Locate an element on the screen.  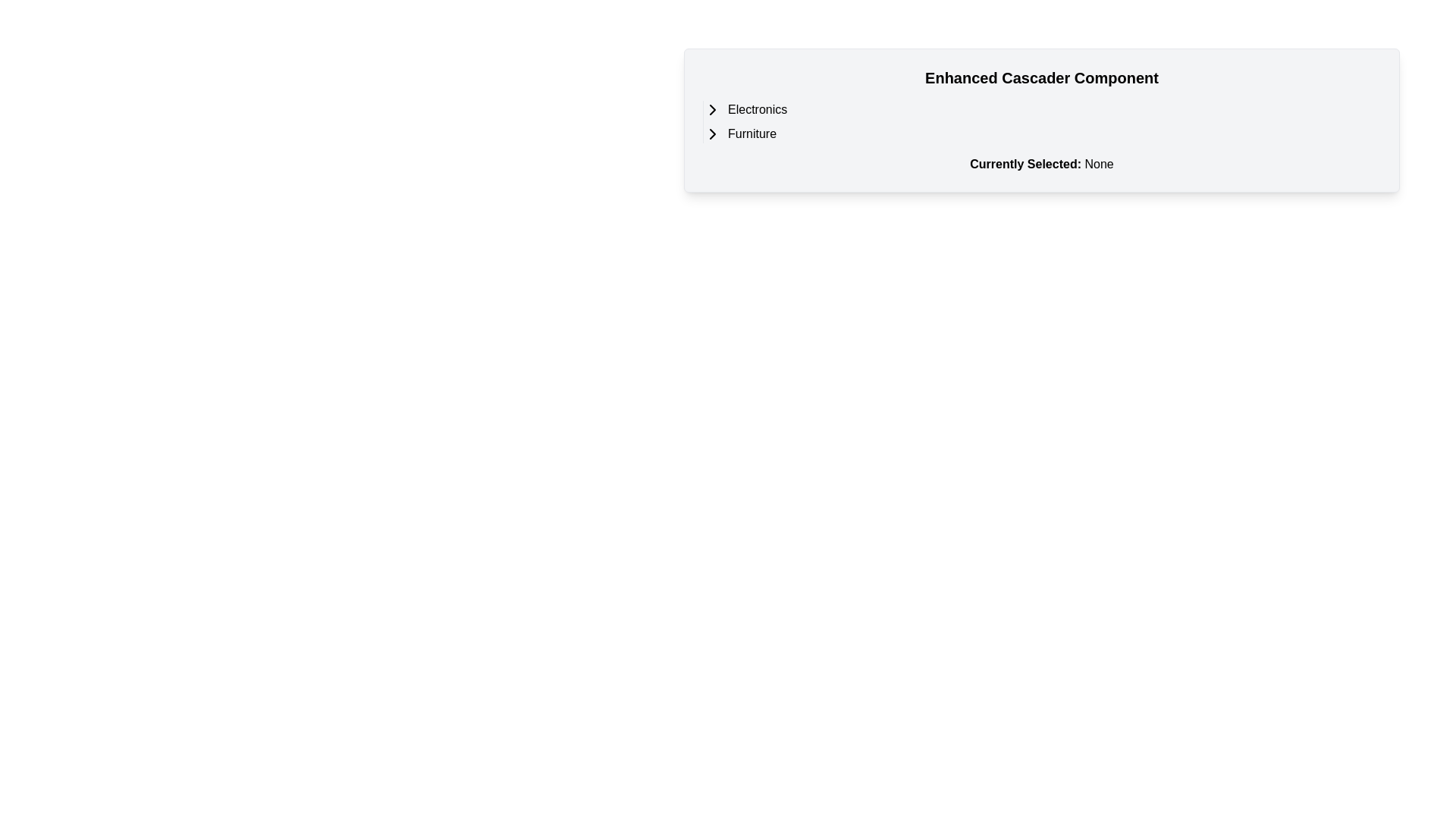
the 'Electronics' label is located at coordinates (758, 109).